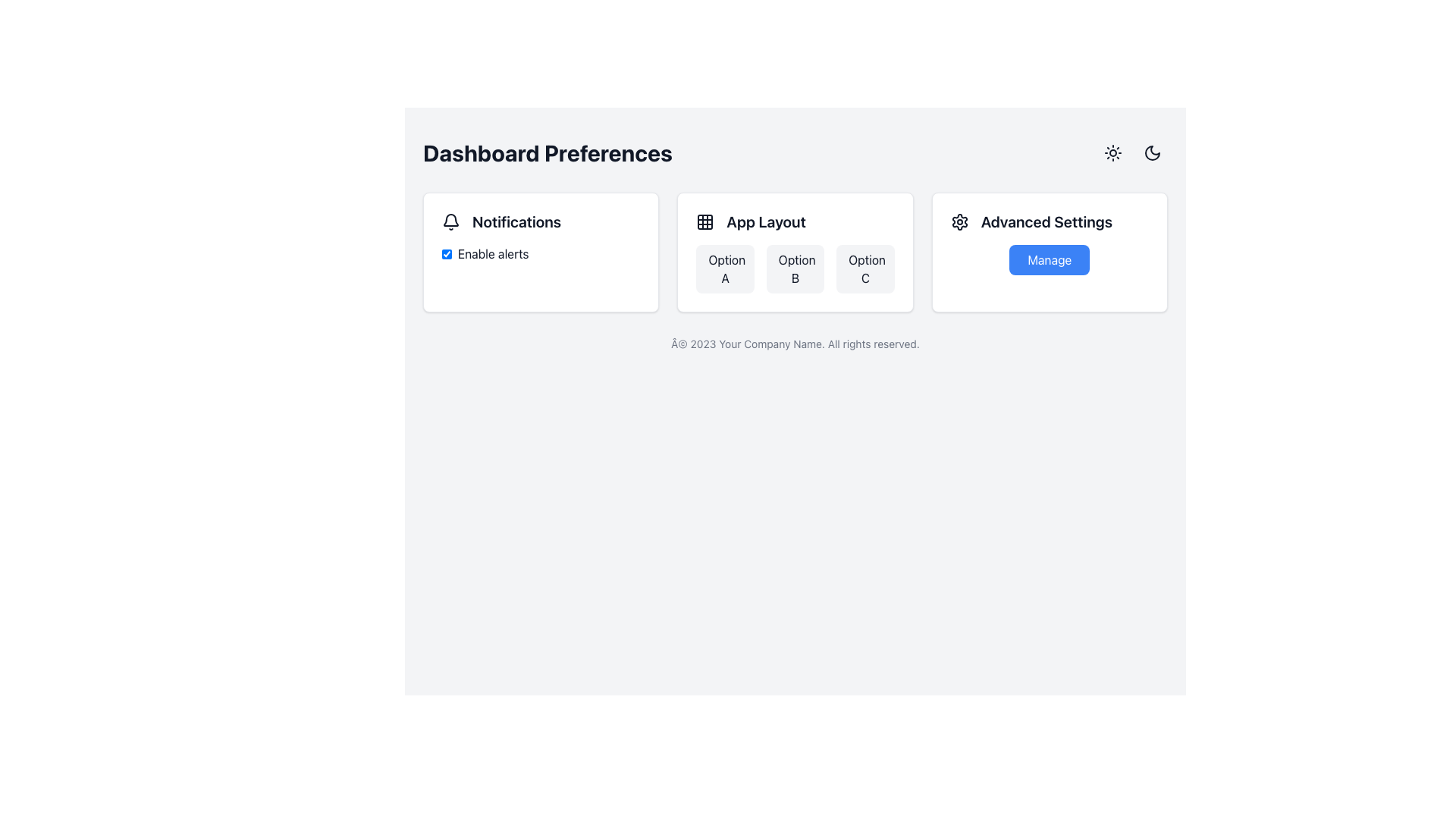  I want to click on the sun icon button in the top-right corner of the interface, so click(1113, 152).